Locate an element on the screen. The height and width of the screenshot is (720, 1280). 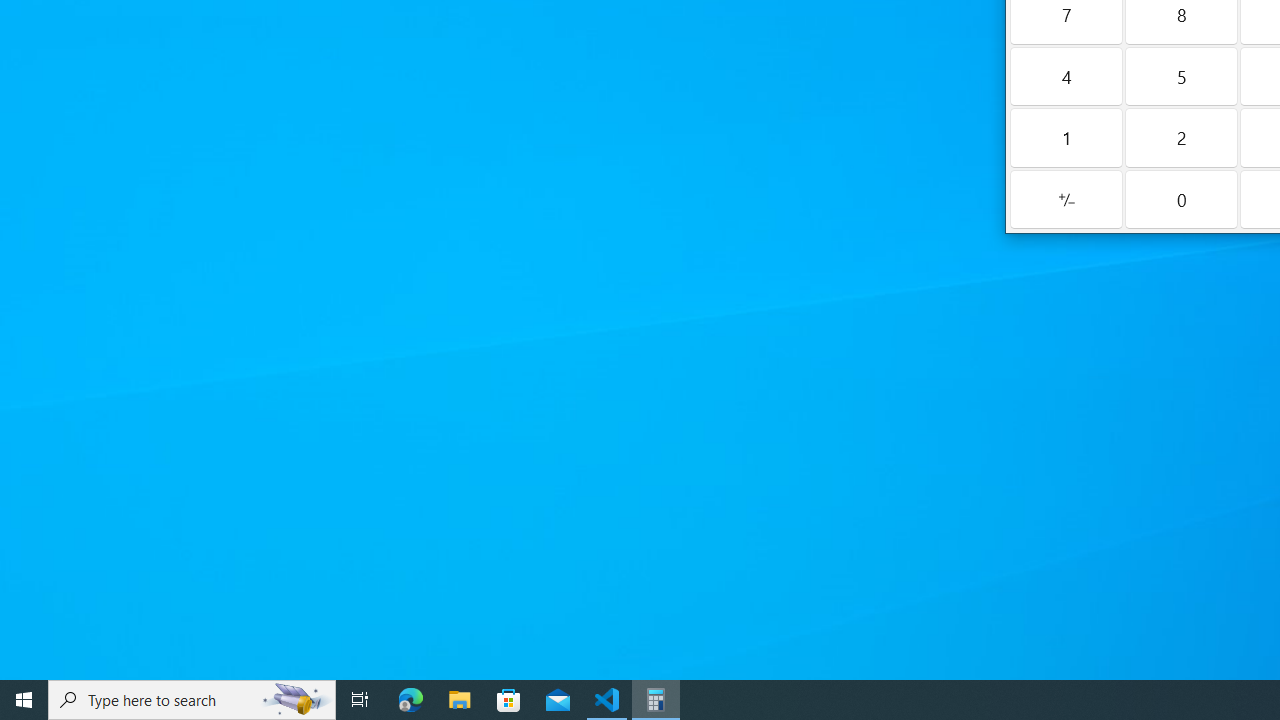
'Visual Studio Code - 1 running window' is located at coordinates (606, 698).